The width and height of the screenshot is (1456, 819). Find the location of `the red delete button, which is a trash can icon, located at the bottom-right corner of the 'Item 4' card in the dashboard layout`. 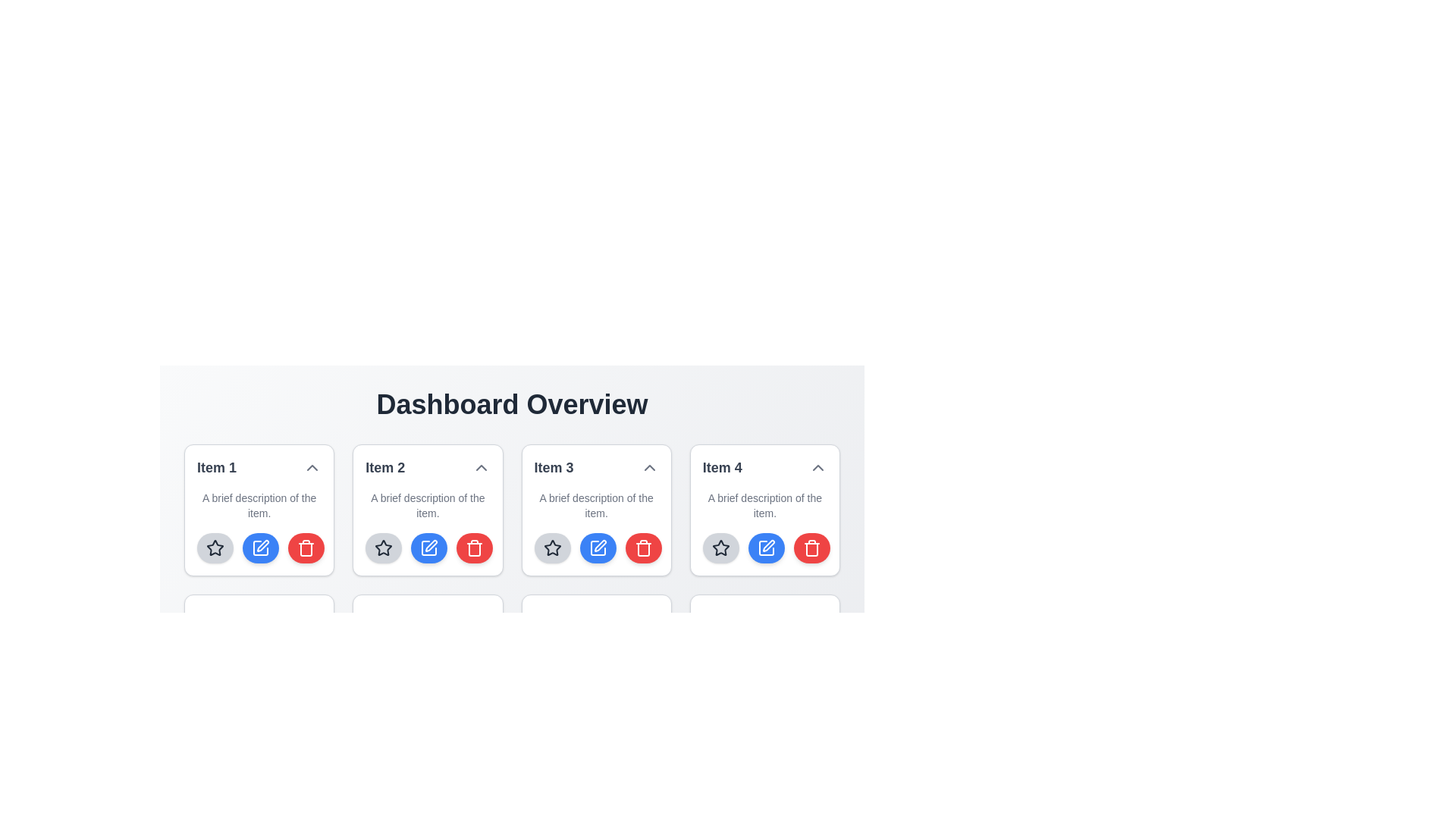

the red delete button, which is a trash can icon, located at the bottom-right corner of the 'Item 4' card in the dashboard layout is located at coordinates (811, 548).